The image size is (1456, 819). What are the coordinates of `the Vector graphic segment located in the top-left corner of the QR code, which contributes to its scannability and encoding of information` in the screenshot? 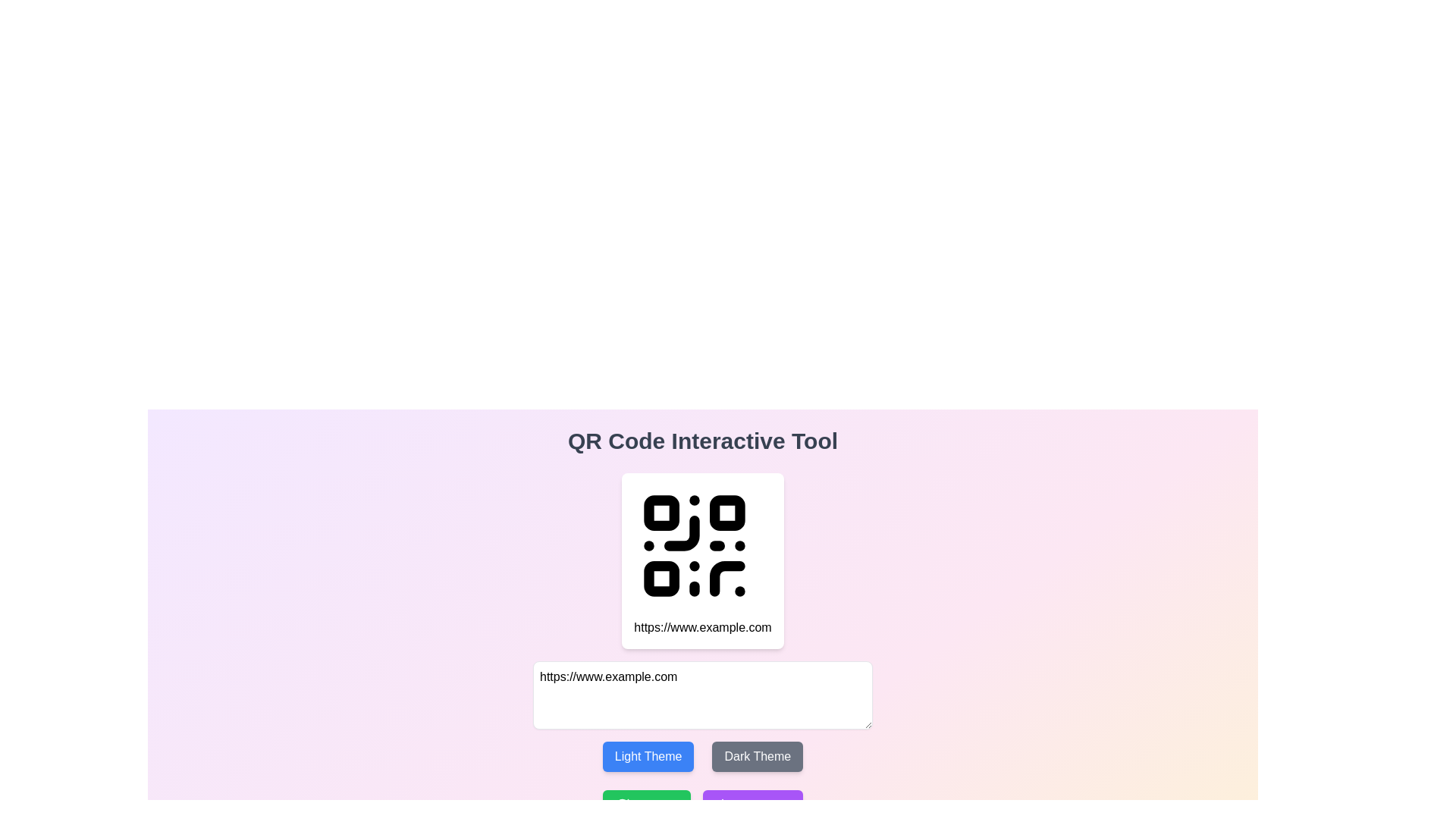 It's located at (681, 532).